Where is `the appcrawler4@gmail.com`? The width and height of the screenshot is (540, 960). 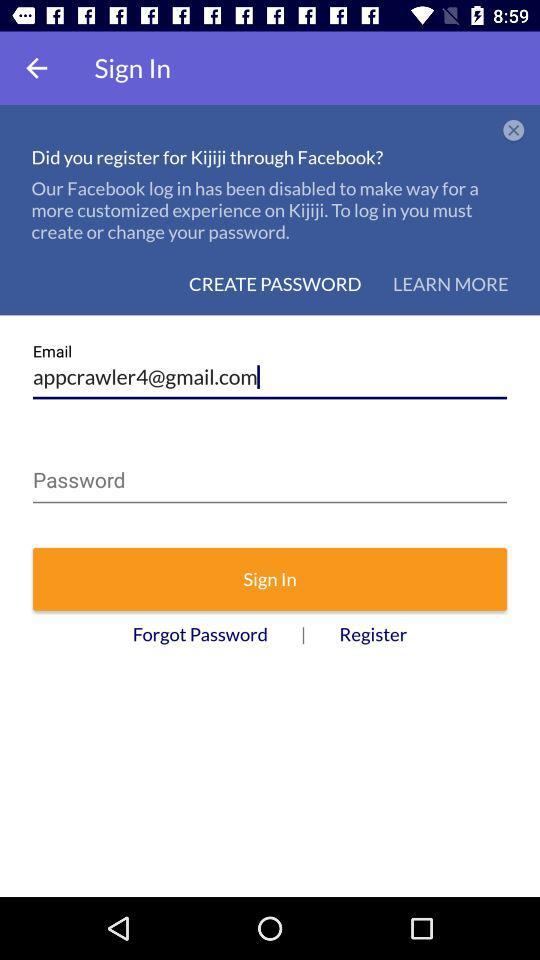 the appcrawler4@gmail.com is located at coordinates (270, 369).